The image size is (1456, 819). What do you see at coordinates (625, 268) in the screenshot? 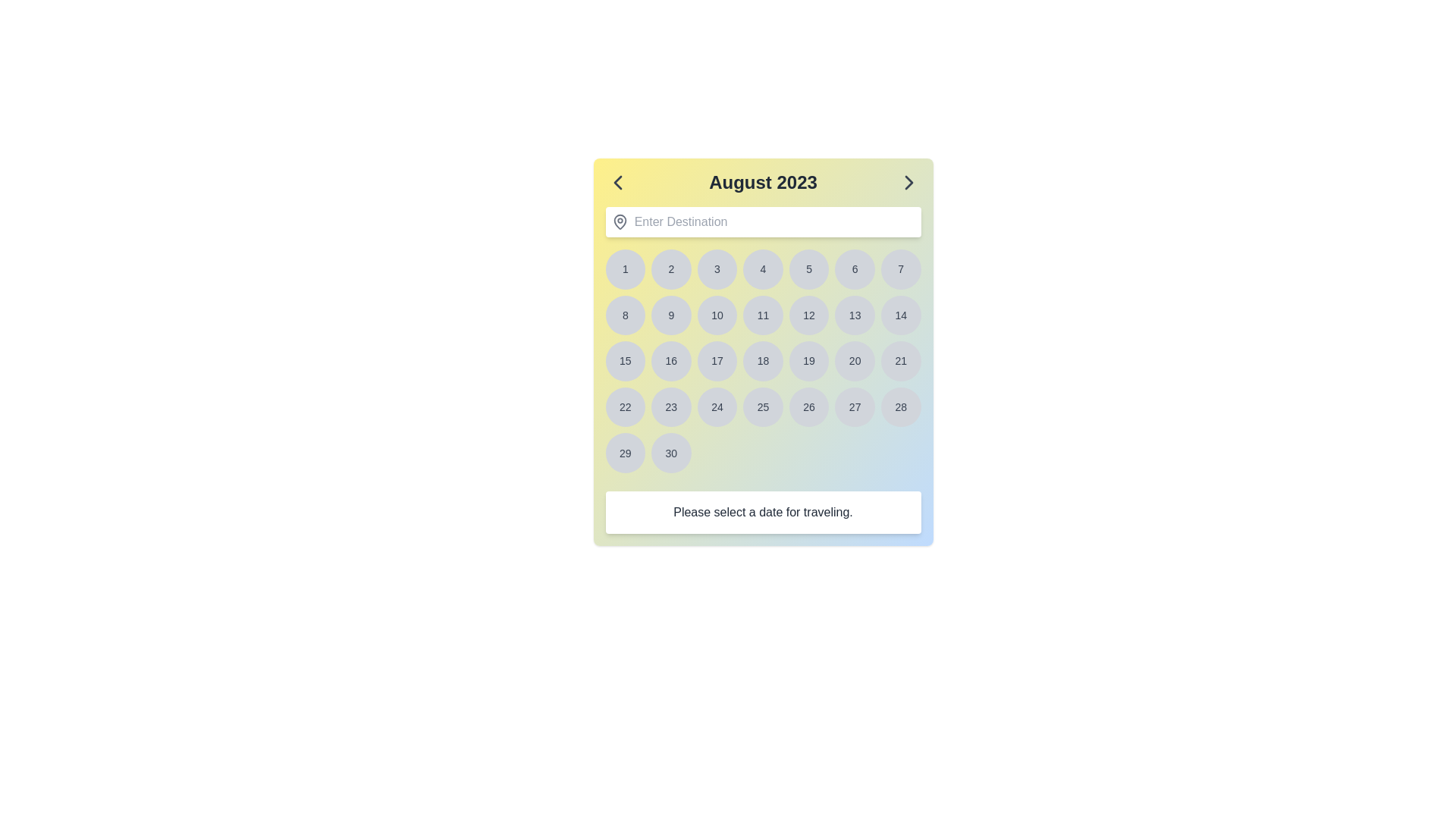
I see `the circular gray button with the number '1' centered in bold text located in the first column and first row of the calendar grid under 'August 2023'` at bounding box center [625, 268].